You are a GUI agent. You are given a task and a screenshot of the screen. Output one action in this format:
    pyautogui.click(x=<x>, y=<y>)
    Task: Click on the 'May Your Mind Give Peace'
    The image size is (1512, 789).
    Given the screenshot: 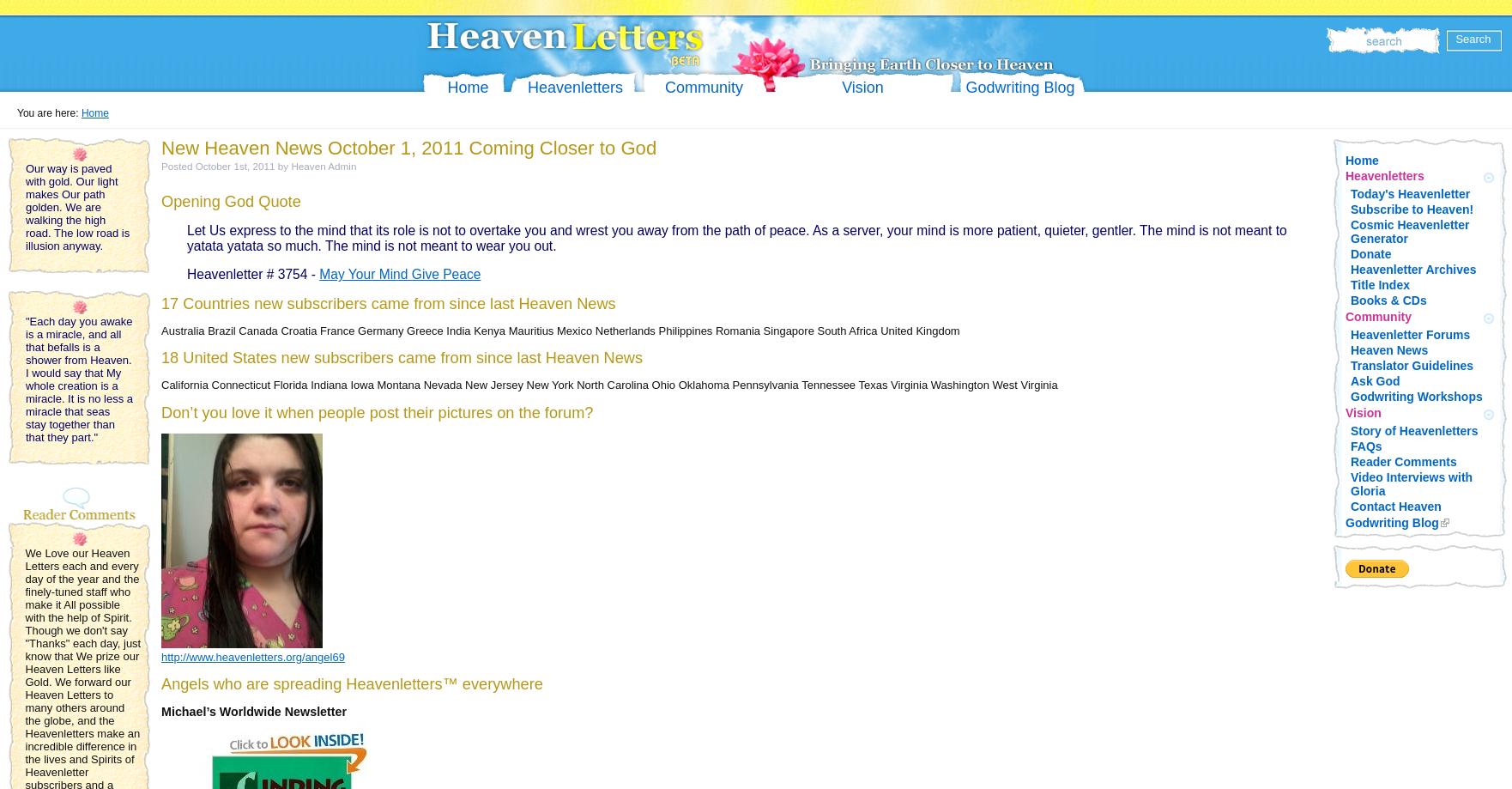 What is the action you would take?
    pyautogui.click(x=399, y=273)
    